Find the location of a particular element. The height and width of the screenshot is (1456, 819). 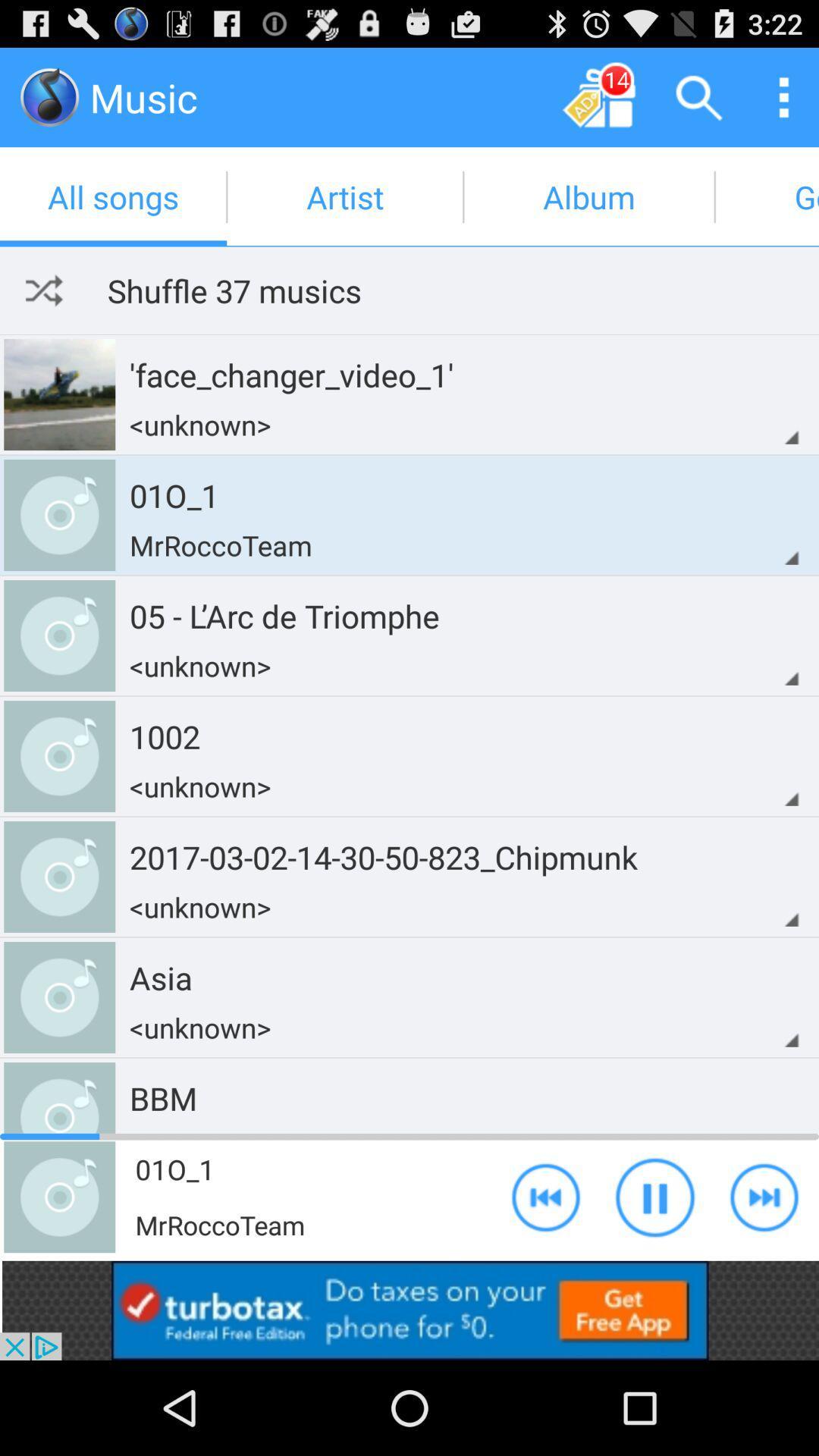

the av_rewind icon is located at coordinates (546, 1280).